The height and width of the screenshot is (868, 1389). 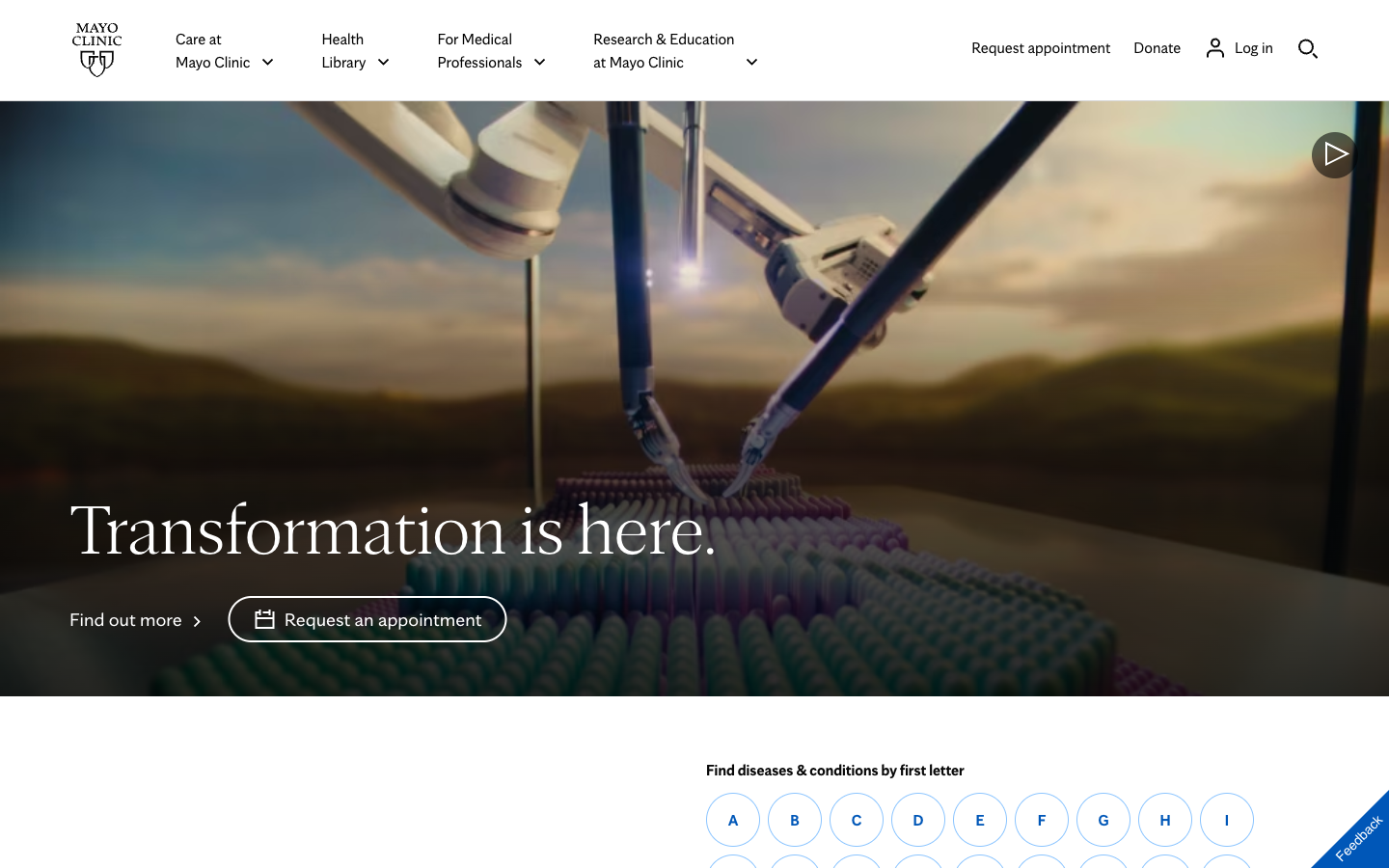 What do you see at coordinates (1498731, 42532) in the screenshot?
I see `Move the "request appointment" option to the "Donate" section` at bounding box center [1498731, 42532].